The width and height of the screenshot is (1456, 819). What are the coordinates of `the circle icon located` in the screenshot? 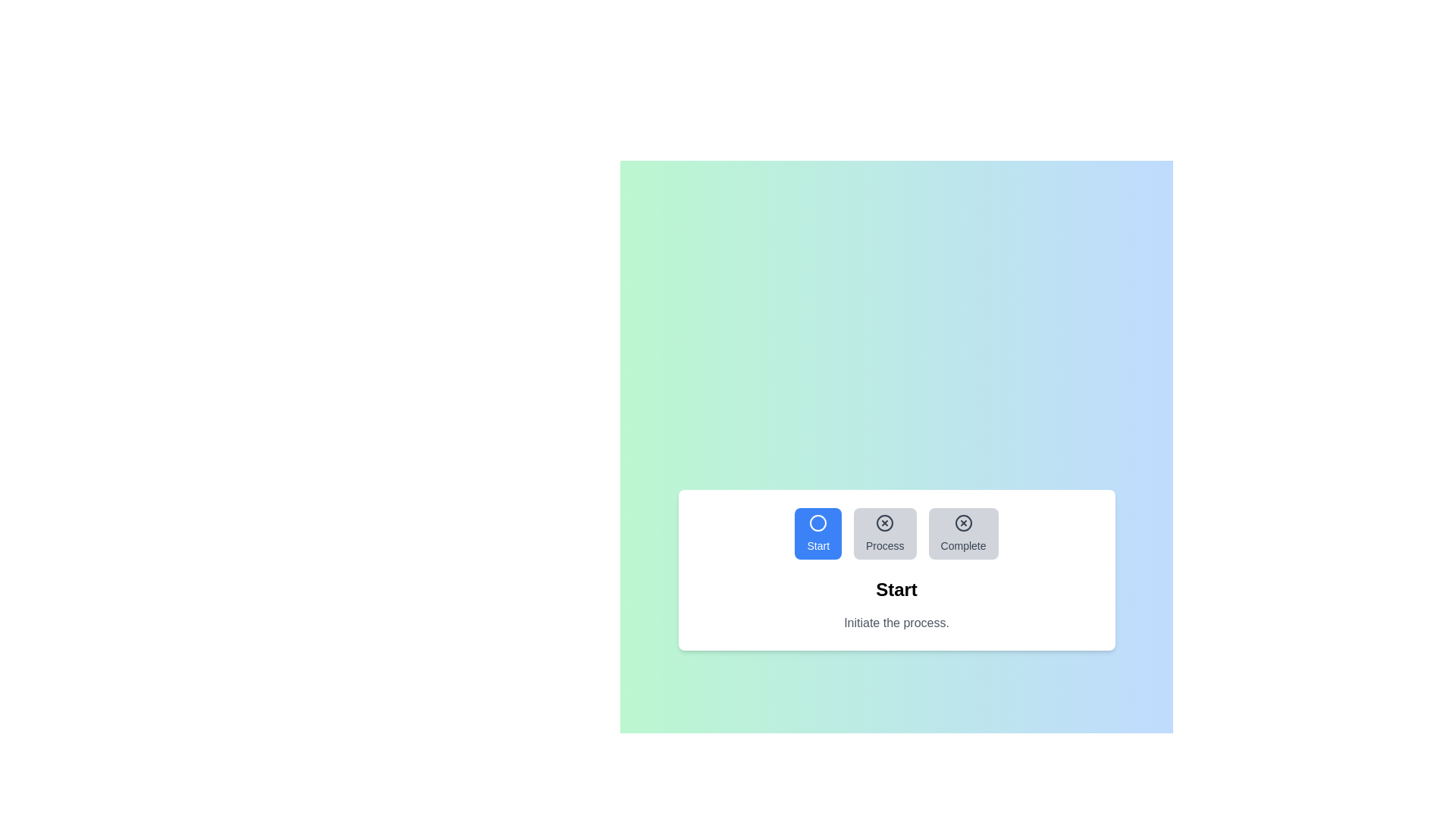 It's located at (817, 522).